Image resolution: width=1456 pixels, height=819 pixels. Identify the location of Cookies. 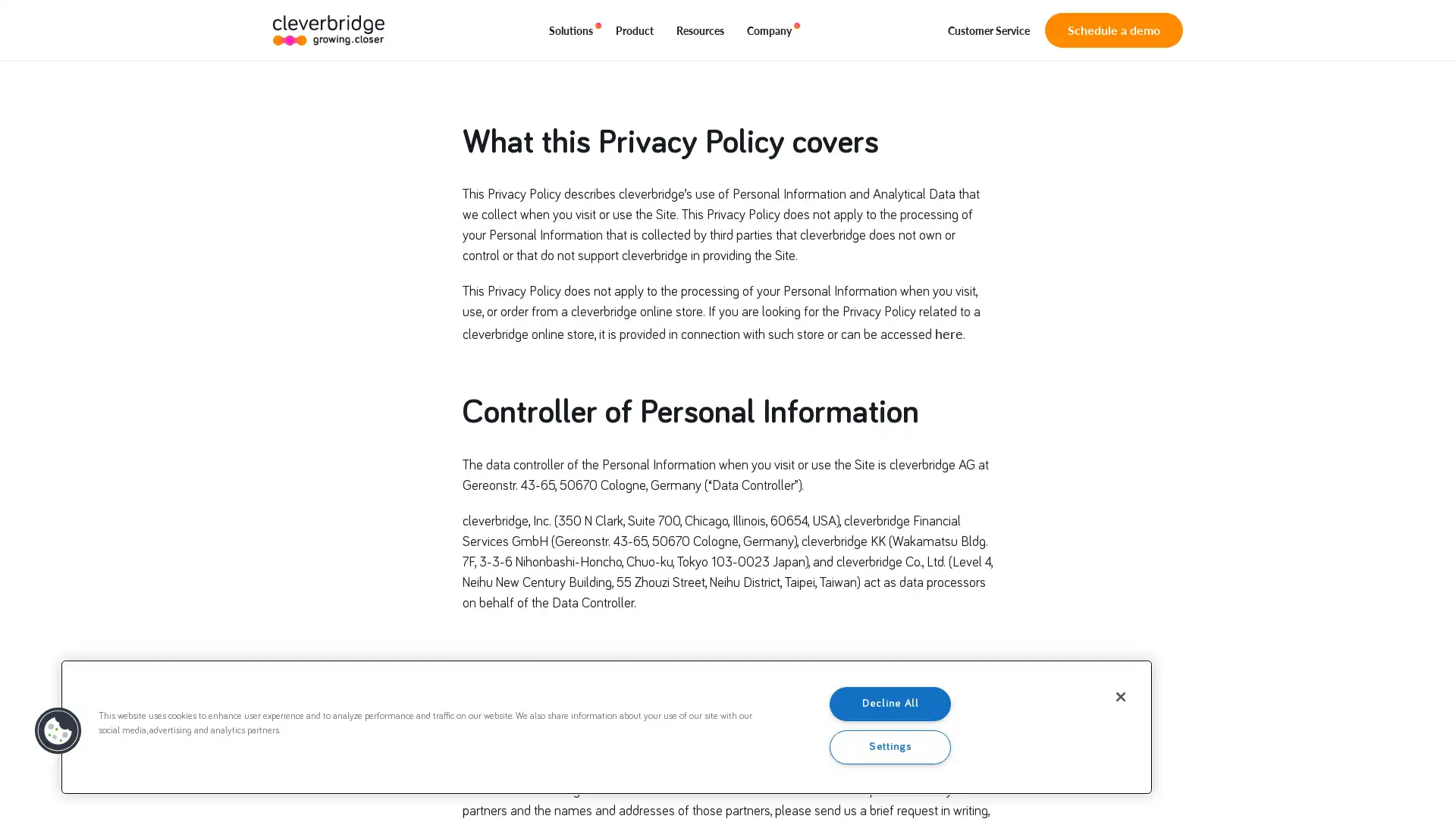
(58, 730).